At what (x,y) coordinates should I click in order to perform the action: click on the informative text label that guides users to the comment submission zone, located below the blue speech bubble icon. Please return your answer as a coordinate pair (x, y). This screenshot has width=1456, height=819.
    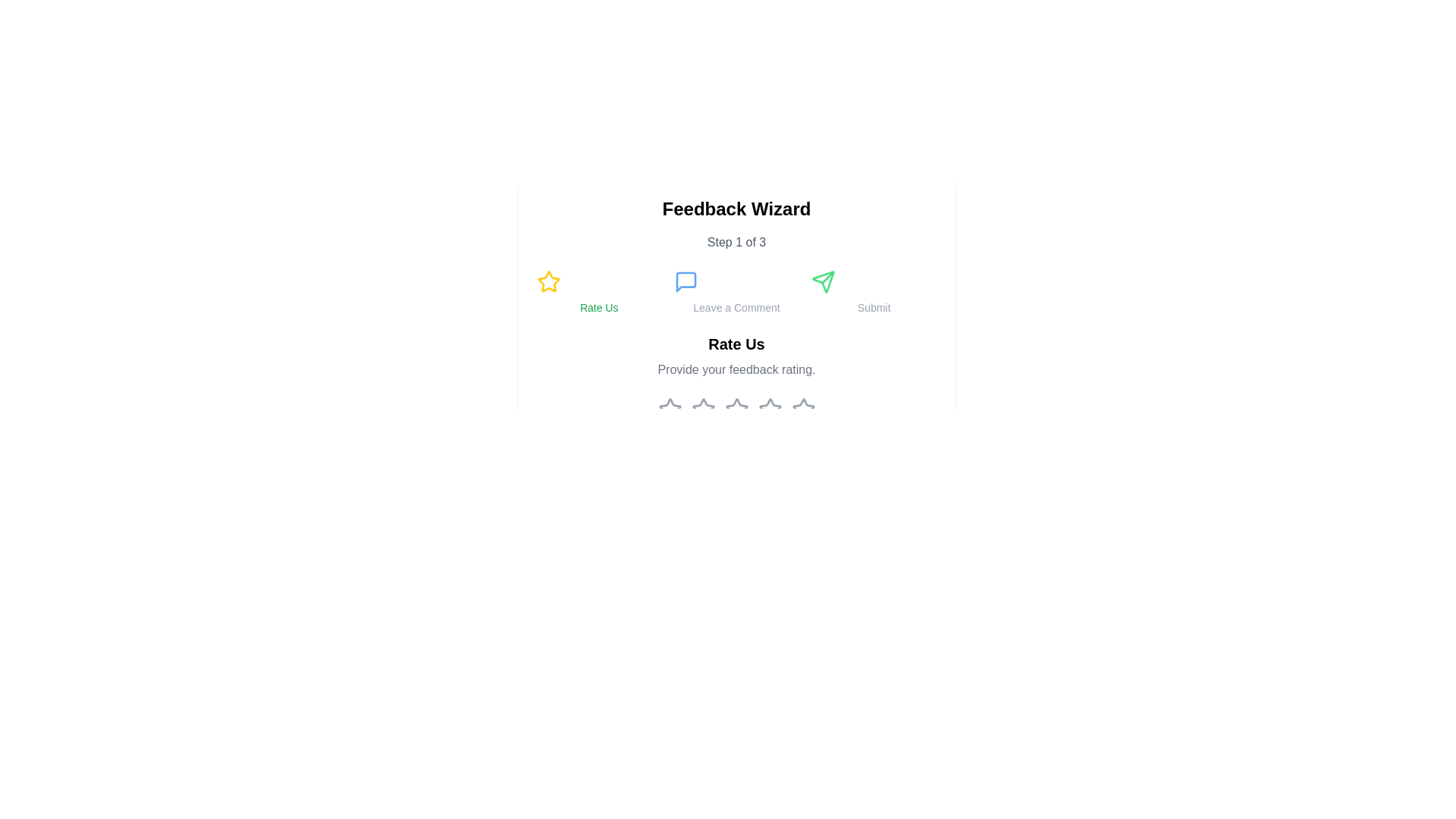
    Looking at the image, I should click on (736, 307).